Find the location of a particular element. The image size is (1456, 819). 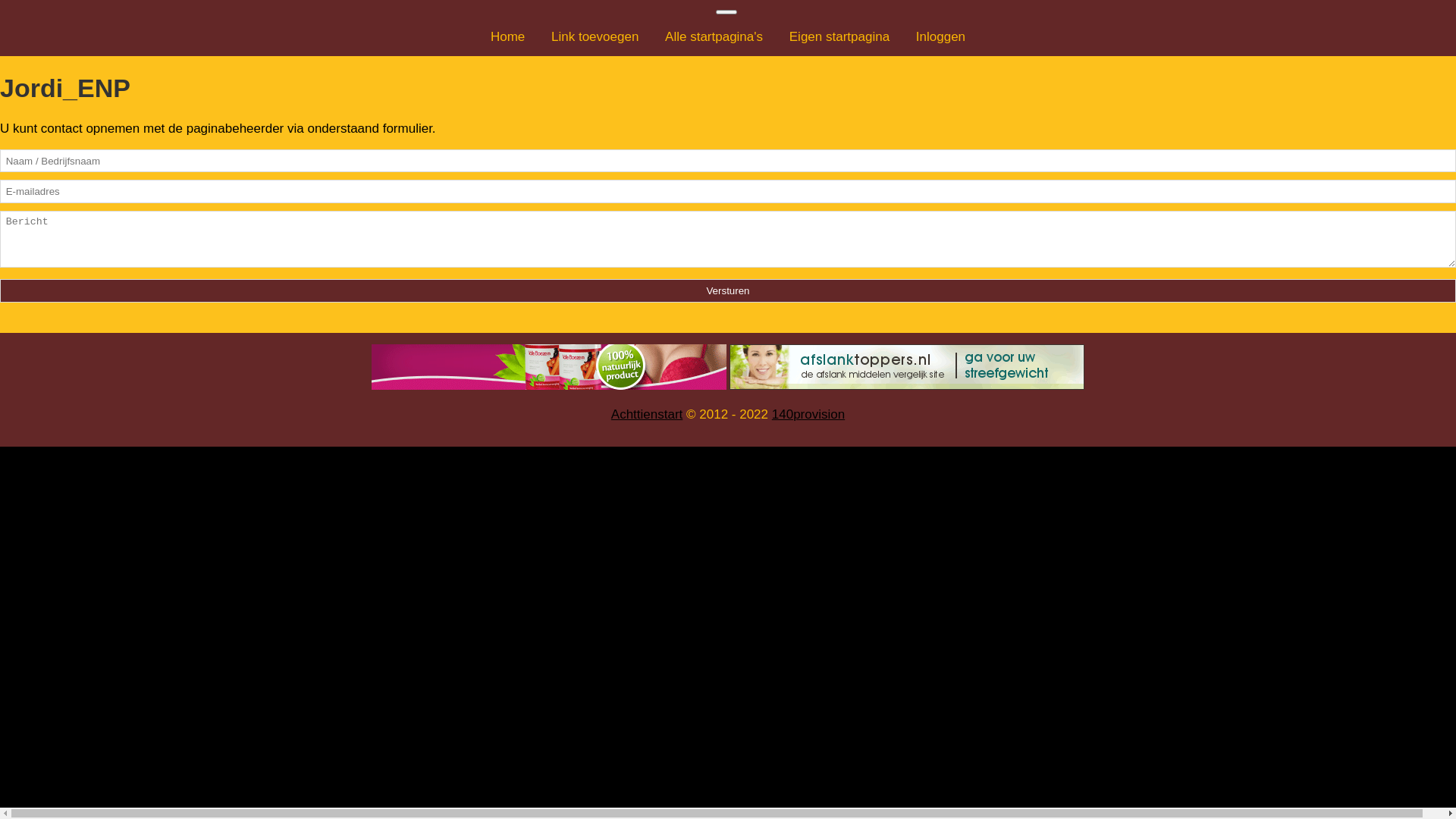

'Link toevoegen' is located at coordinates (594, 36).